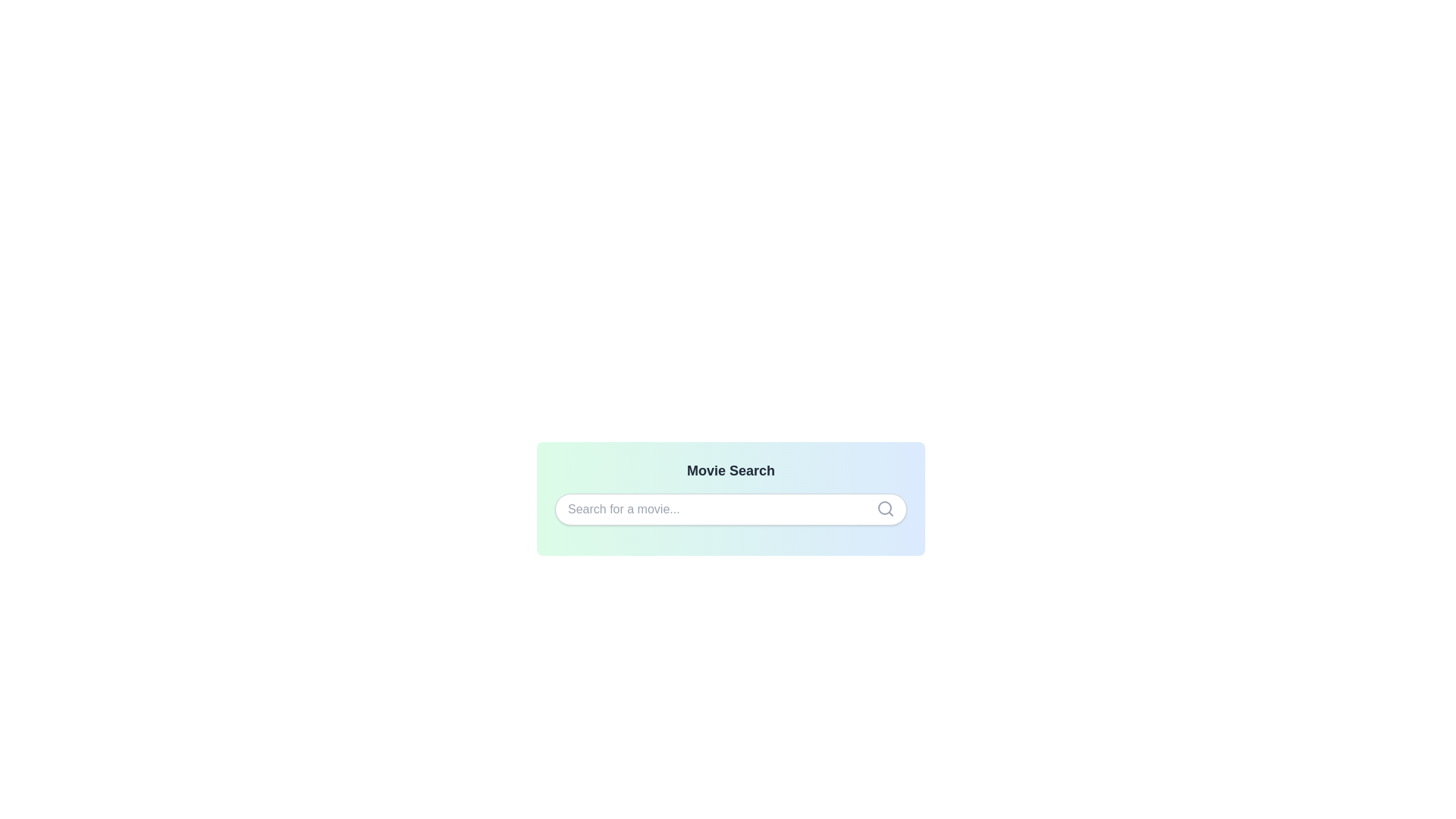  What do you see at coordinates (885, 509) in the screenshot?
I see `the magnifying glass icon, which is styled with a thin outline and located inside a rounded search input field on the right side, next to the text input area` at bounding box center [885, 509].